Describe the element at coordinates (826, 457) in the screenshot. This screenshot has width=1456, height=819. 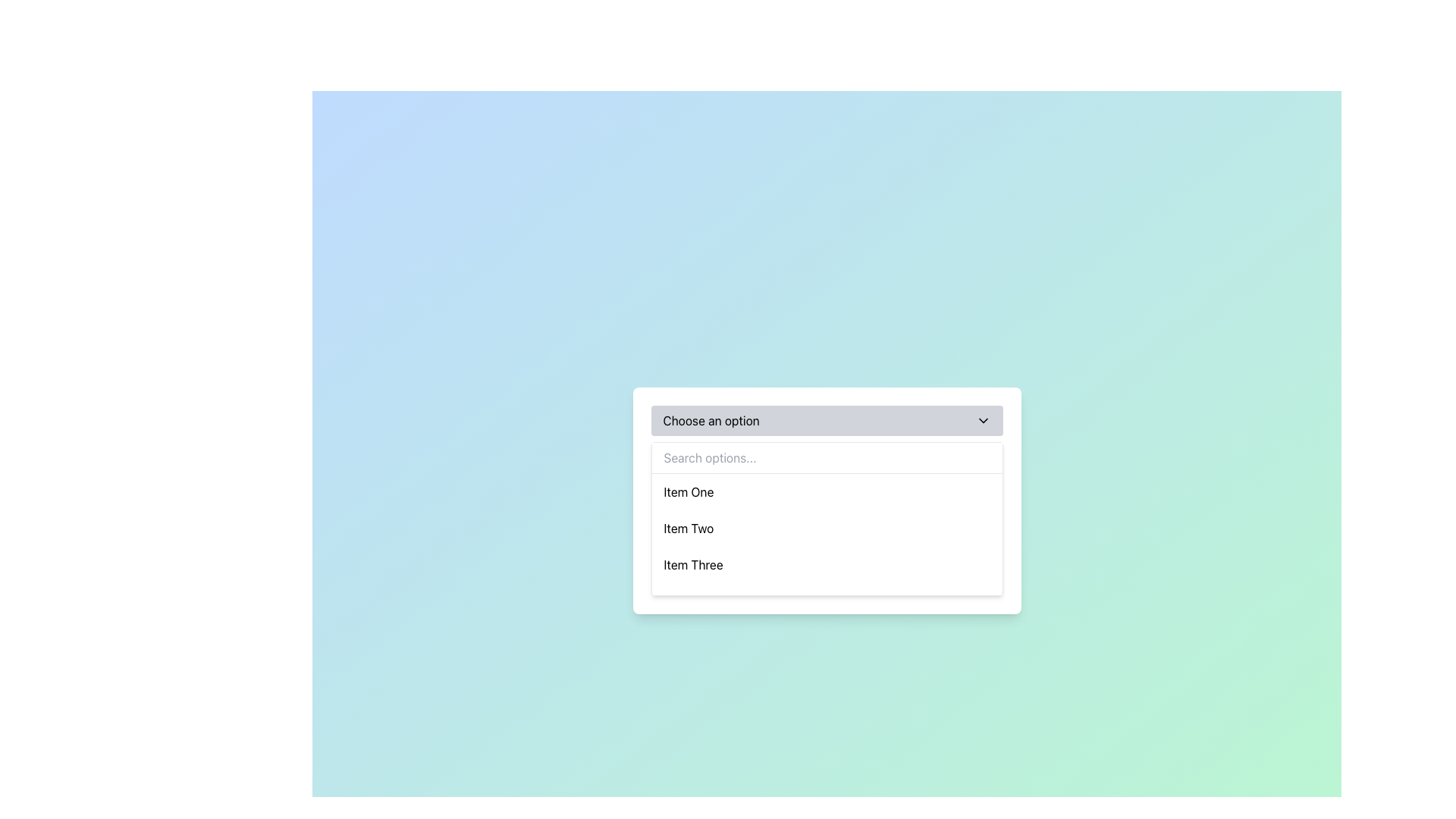
I see `the search bar located below the 'Choose an option' dropdown and above the list of selectable items to focus on it` at that location.